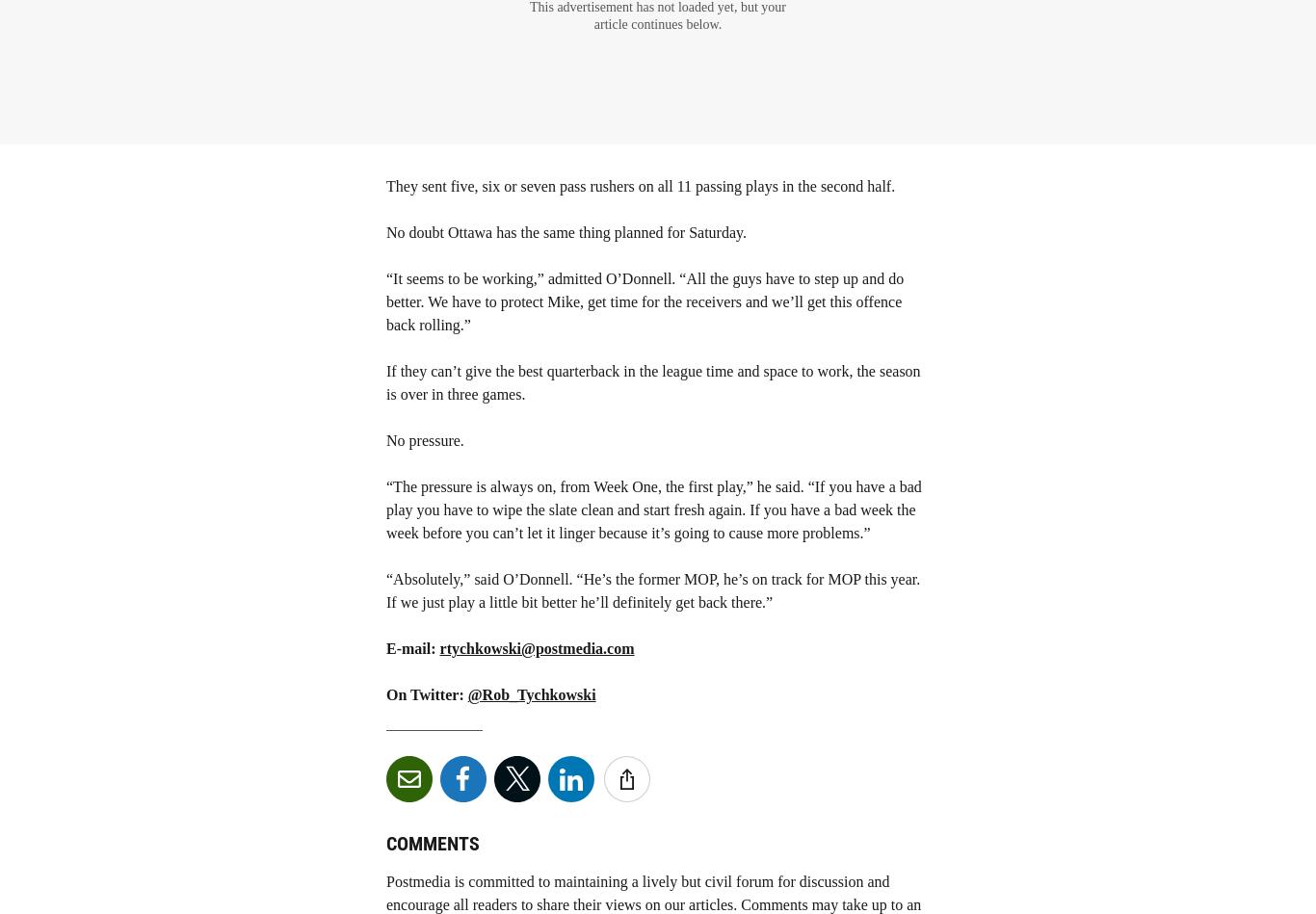  What do you see at coordinates (425, 694) in the screenshot?
I see `'On Twitter:'` at bounding box center [425, 694].